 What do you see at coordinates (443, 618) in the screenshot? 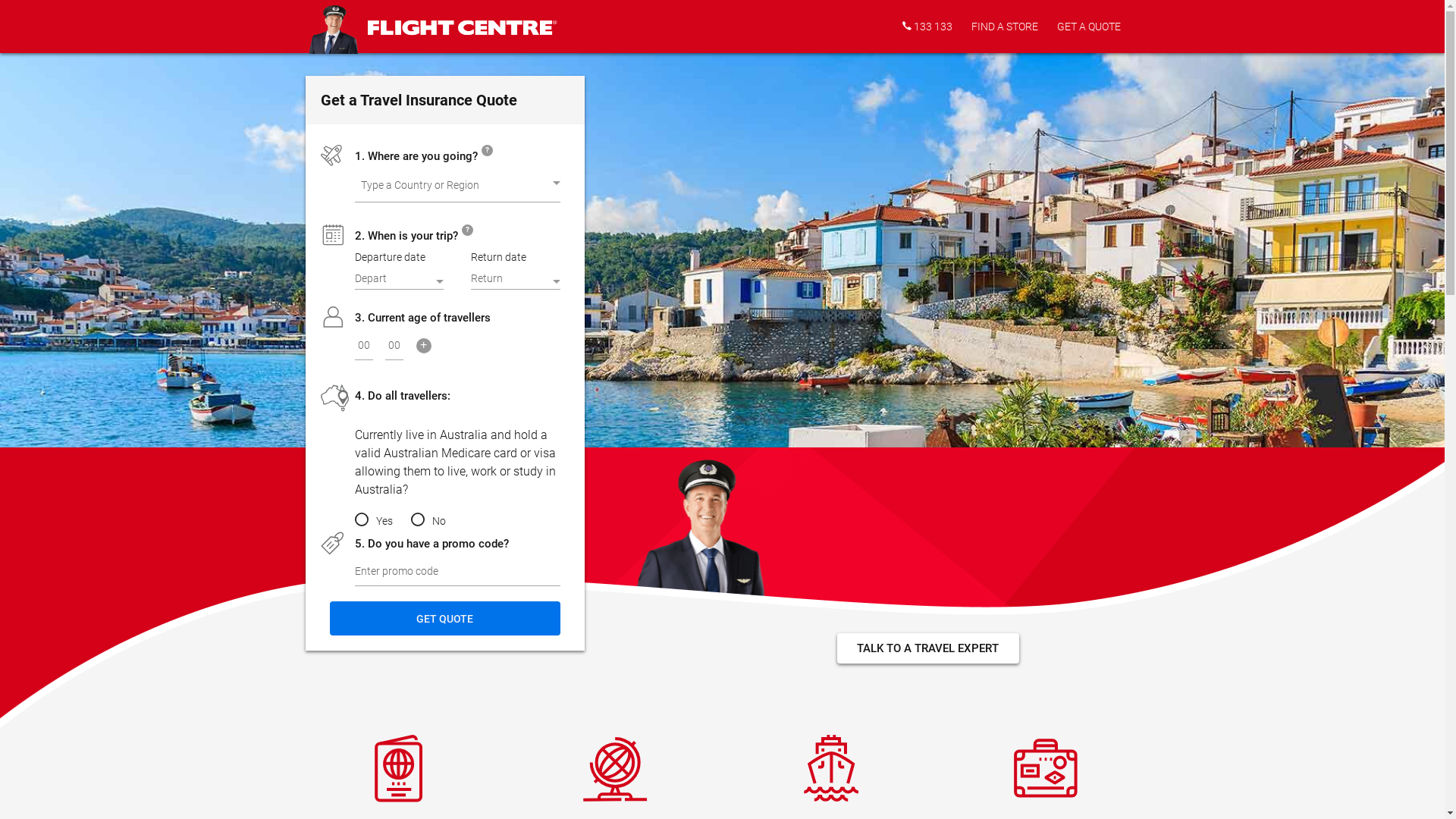
I see `'Get Quote'` at bounding box center [443, 618].